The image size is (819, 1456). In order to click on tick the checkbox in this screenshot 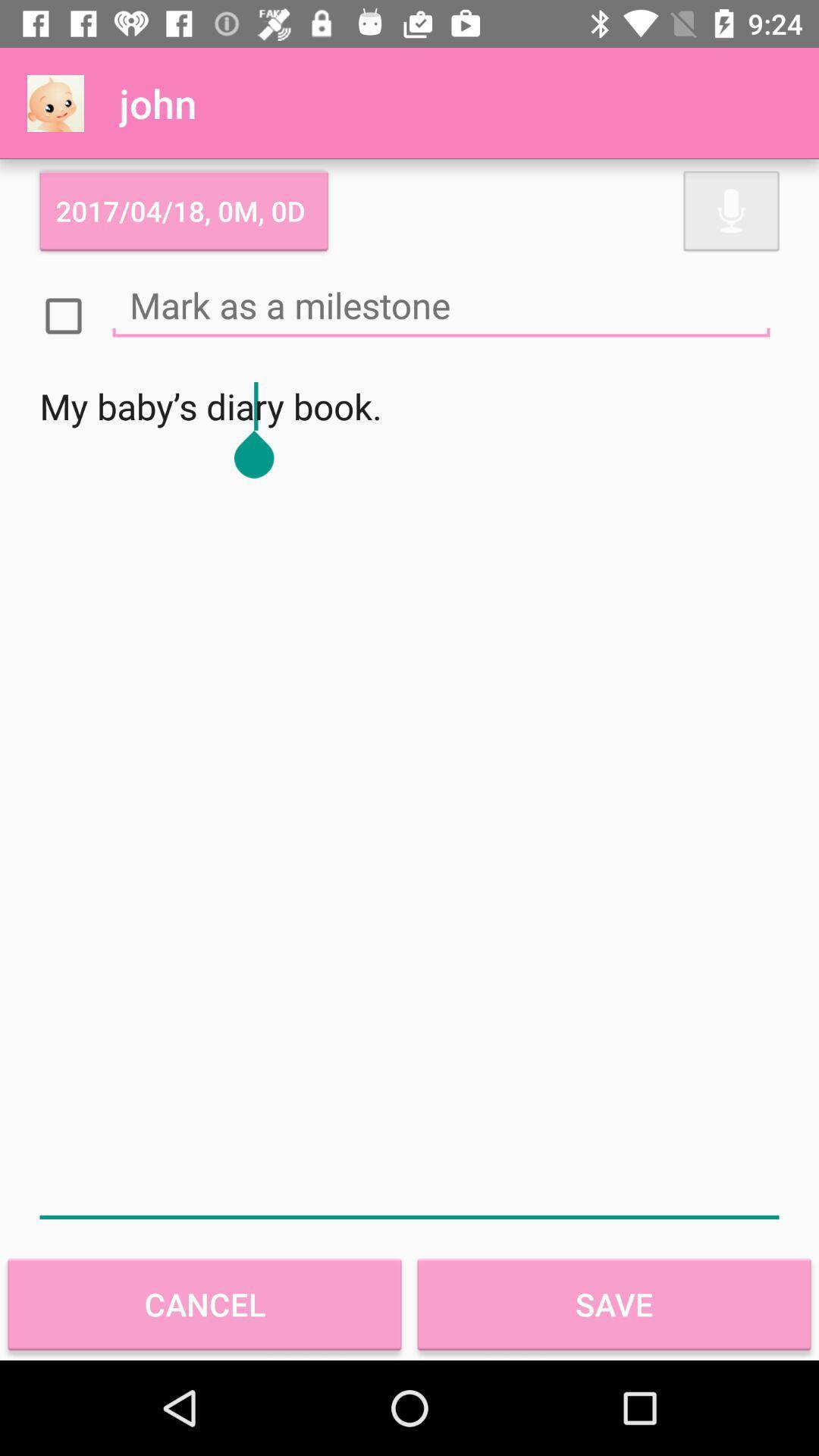, I will do `click(63, 315)`.